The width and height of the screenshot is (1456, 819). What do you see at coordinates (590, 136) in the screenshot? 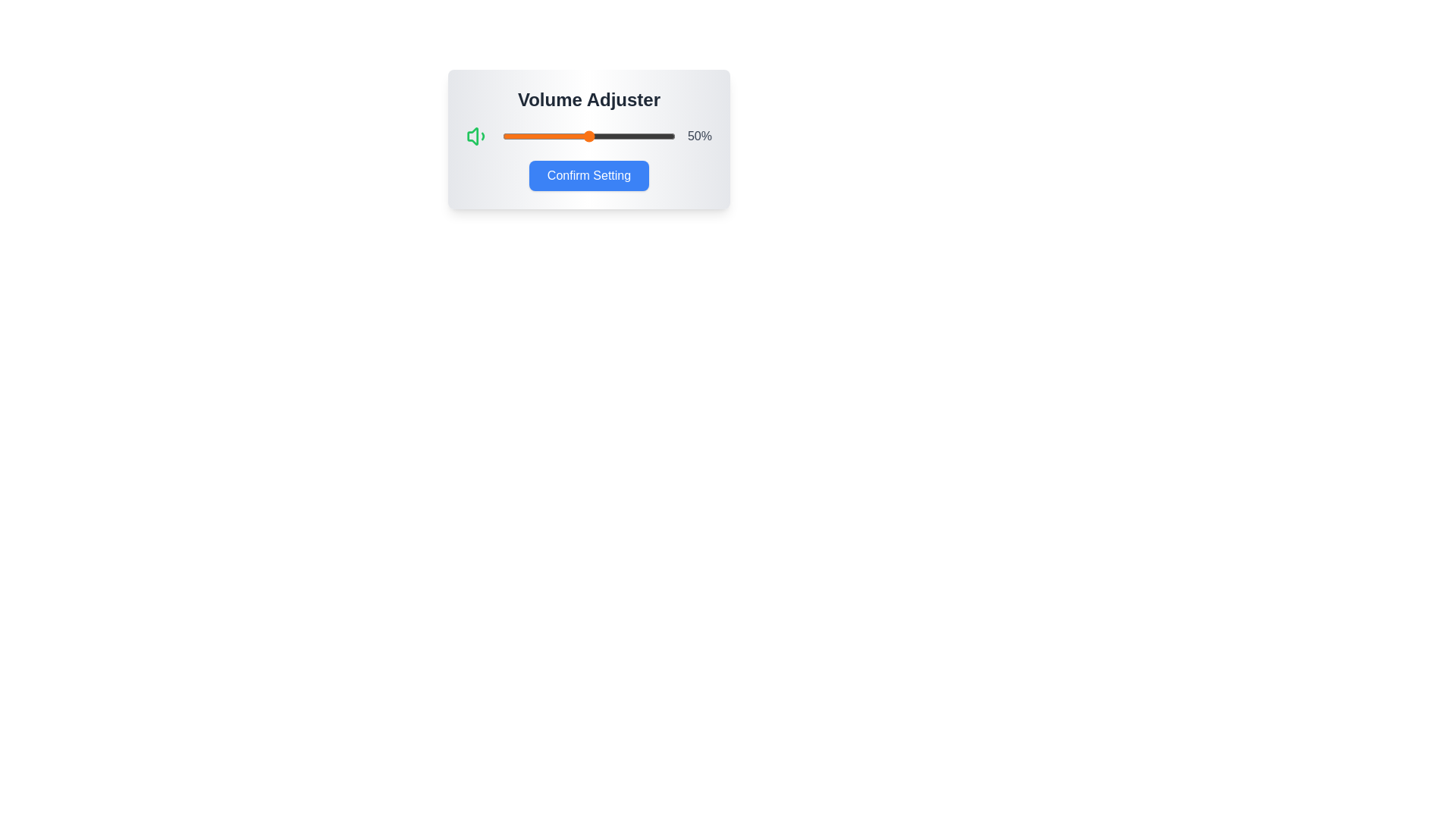
I see `the volume slider to 51%` at bounding box center [590, 136].